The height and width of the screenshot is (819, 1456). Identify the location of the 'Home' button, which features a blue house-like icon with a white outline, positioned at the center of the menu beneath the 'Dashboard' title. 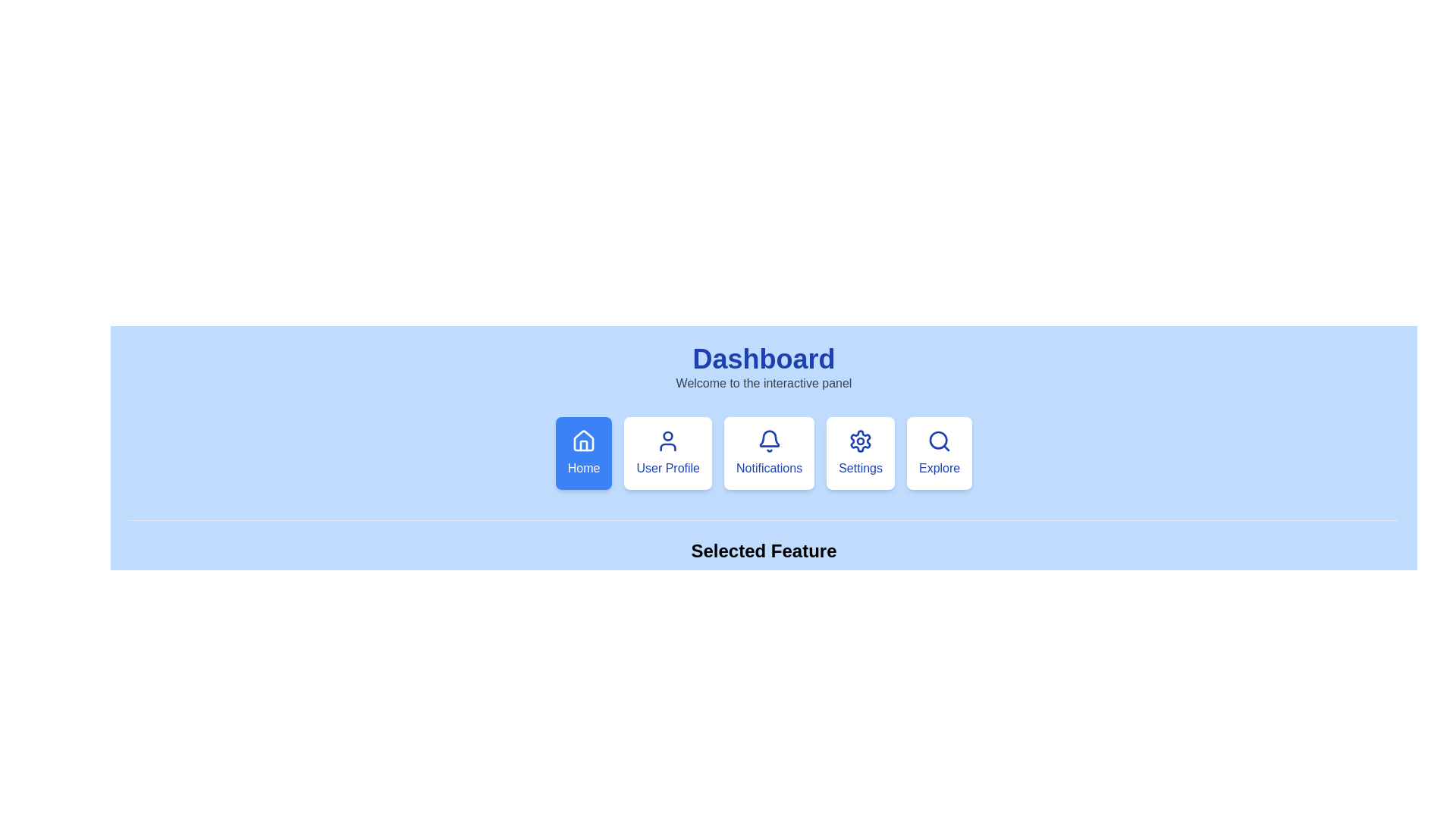
(583, 441).